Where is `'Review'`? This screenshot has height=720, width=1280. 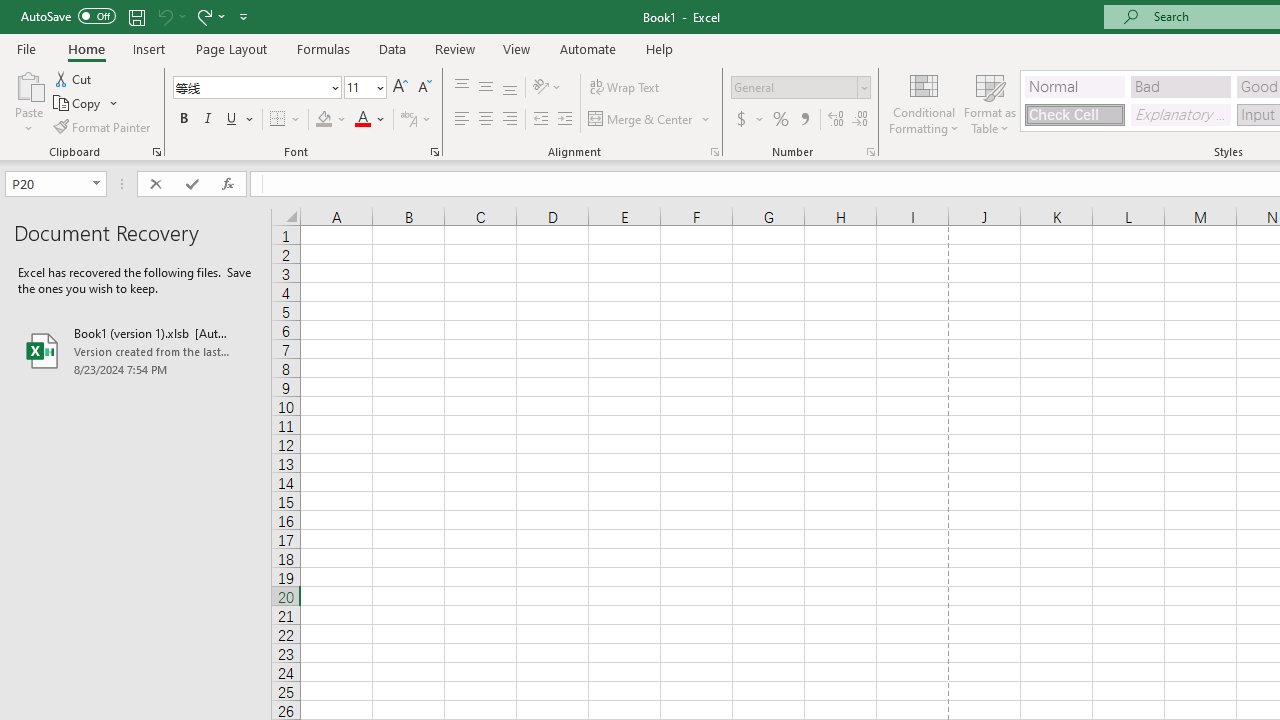
'Review' is located at coordinates (454, 48).